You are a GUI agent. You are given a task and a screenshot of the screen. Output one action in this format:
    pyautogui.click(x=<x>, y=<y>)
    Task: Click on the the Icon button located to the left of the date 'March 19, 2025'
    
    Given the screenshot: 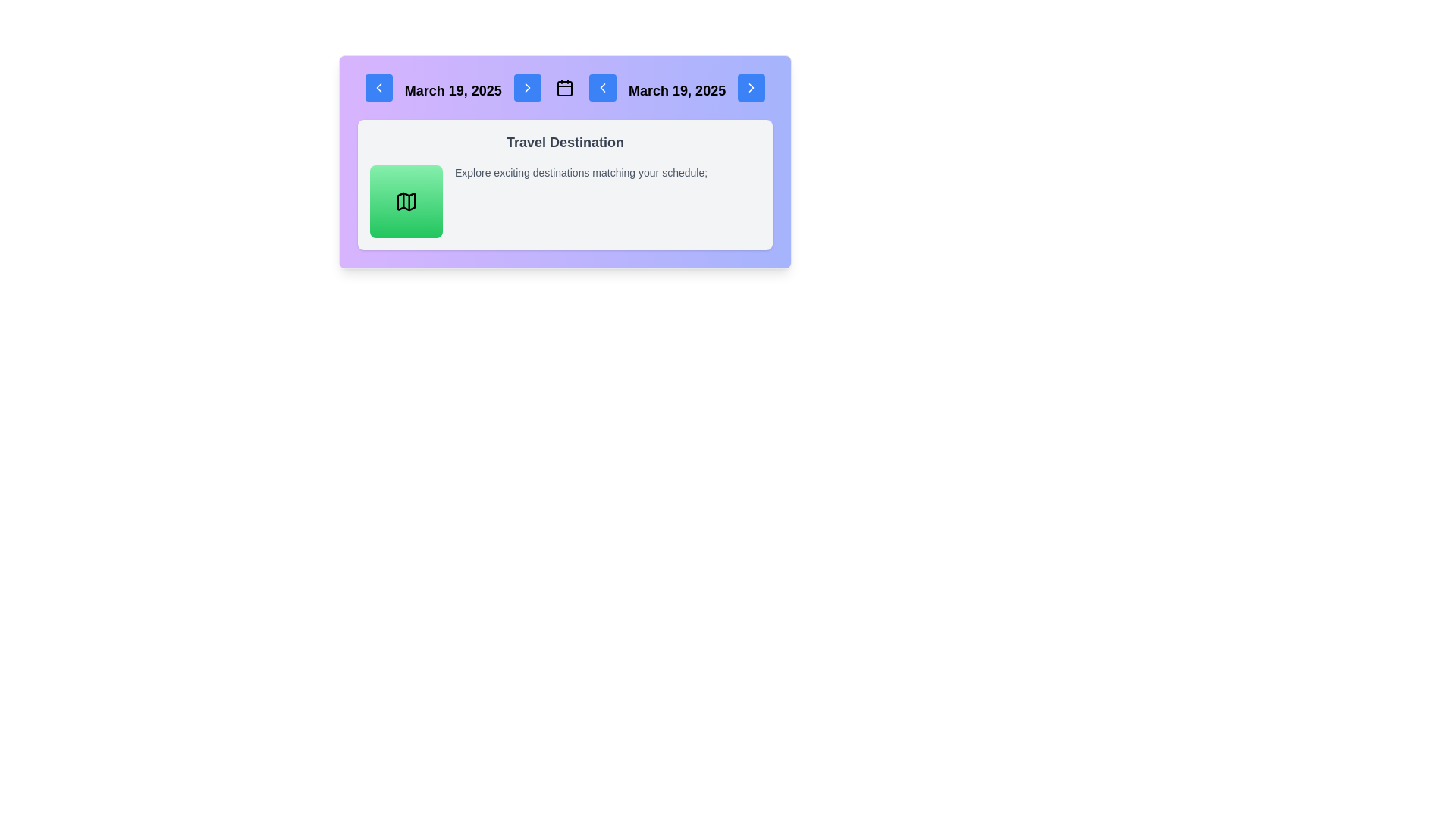 What is the action you would take?
    pyautogui.click(x=602, y=87)
    